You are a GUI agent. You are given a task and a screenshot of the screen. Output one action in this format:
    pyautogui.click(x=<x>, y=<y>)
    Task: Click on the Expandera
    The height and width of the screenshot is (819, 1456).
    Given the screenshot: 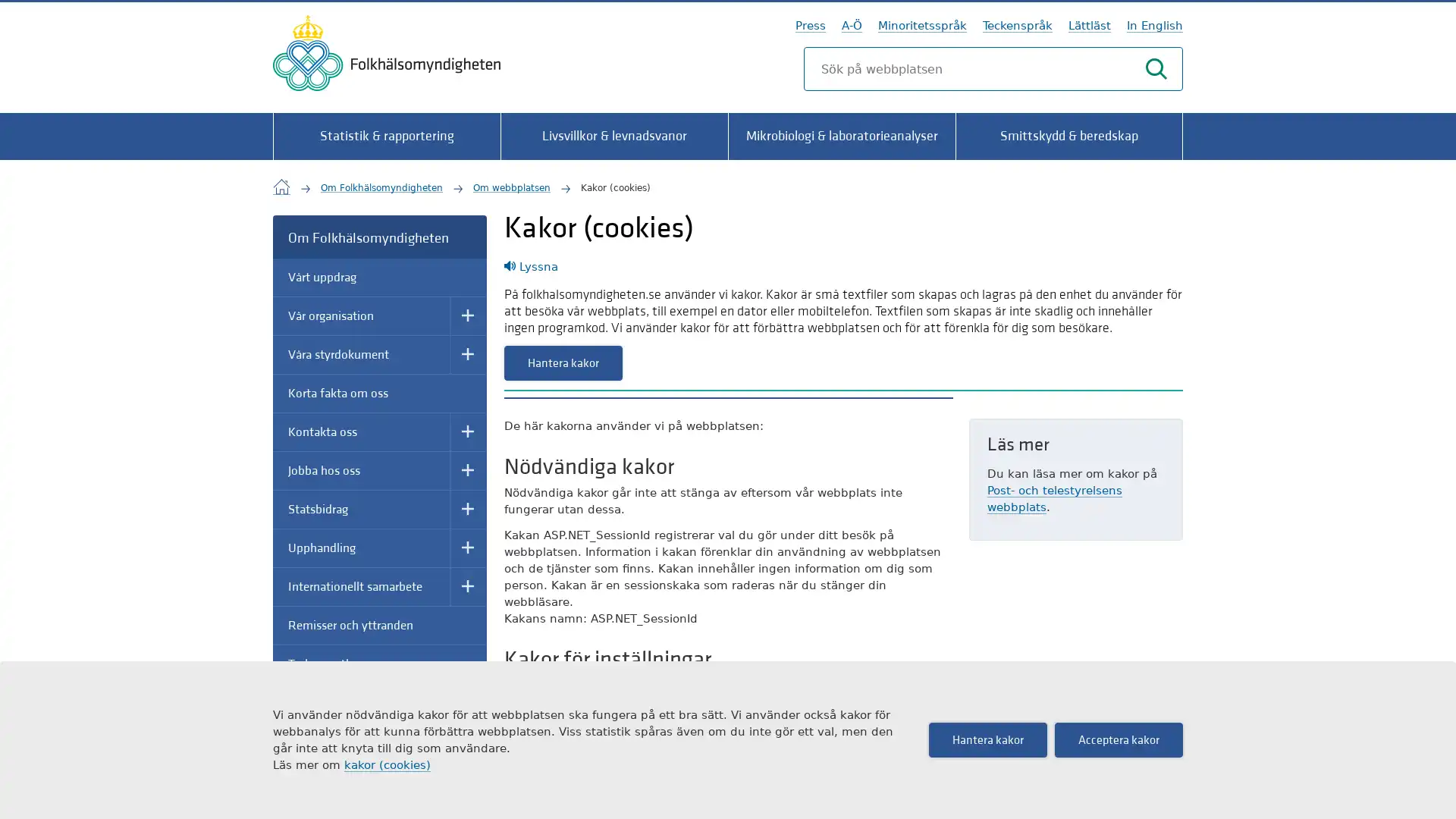 What is the action you would take?
    pyautogui.click(x=467, y=470)
    